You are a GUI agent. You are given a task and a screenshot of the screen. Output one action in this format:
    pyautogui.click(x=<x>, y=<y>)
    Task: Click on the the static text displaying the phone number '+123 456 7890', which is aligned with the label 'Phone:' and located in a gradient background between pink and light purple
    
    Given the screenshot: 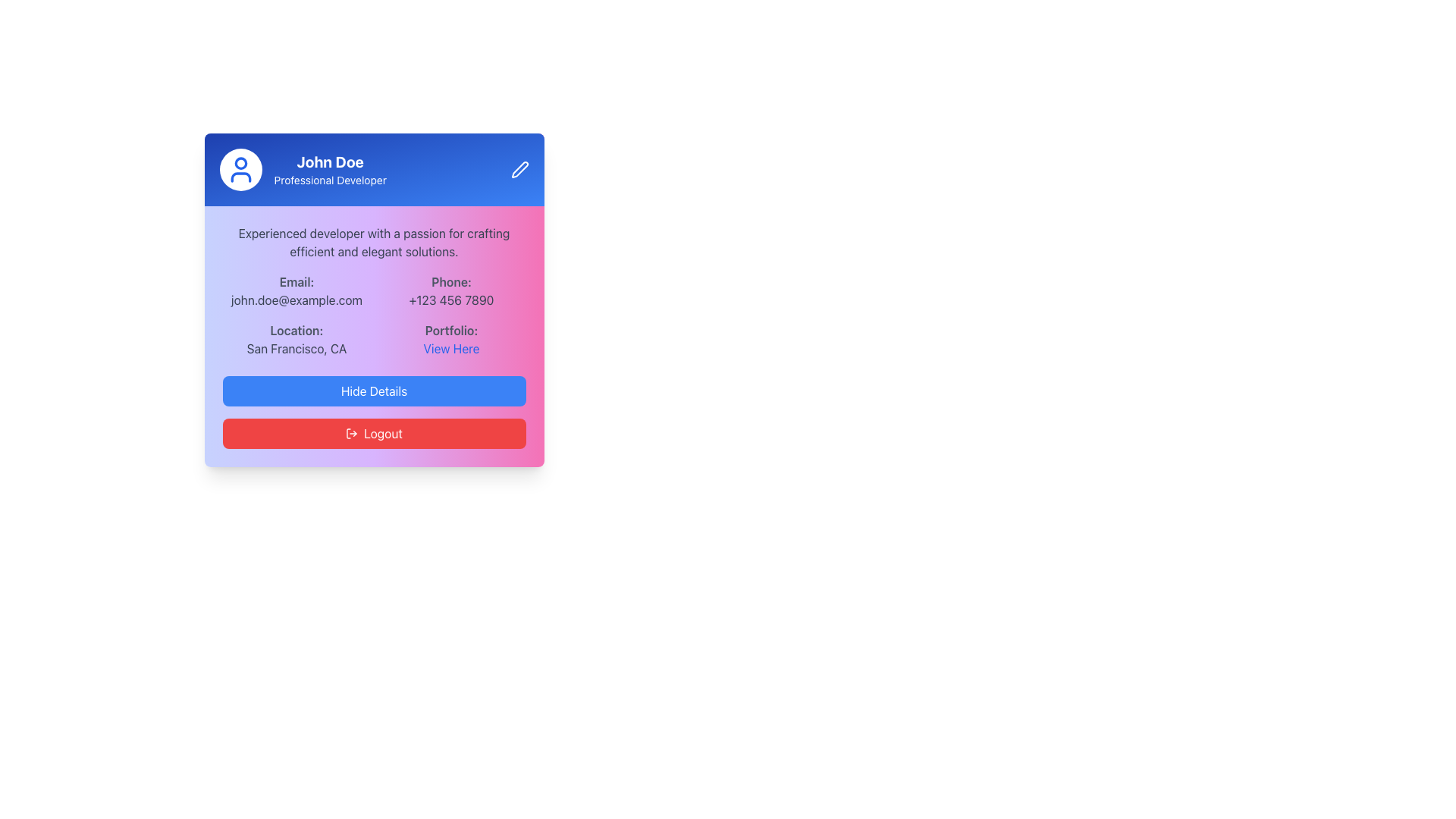 What is the action you would take?
    pyautogui.click(x=450, y=300)
    